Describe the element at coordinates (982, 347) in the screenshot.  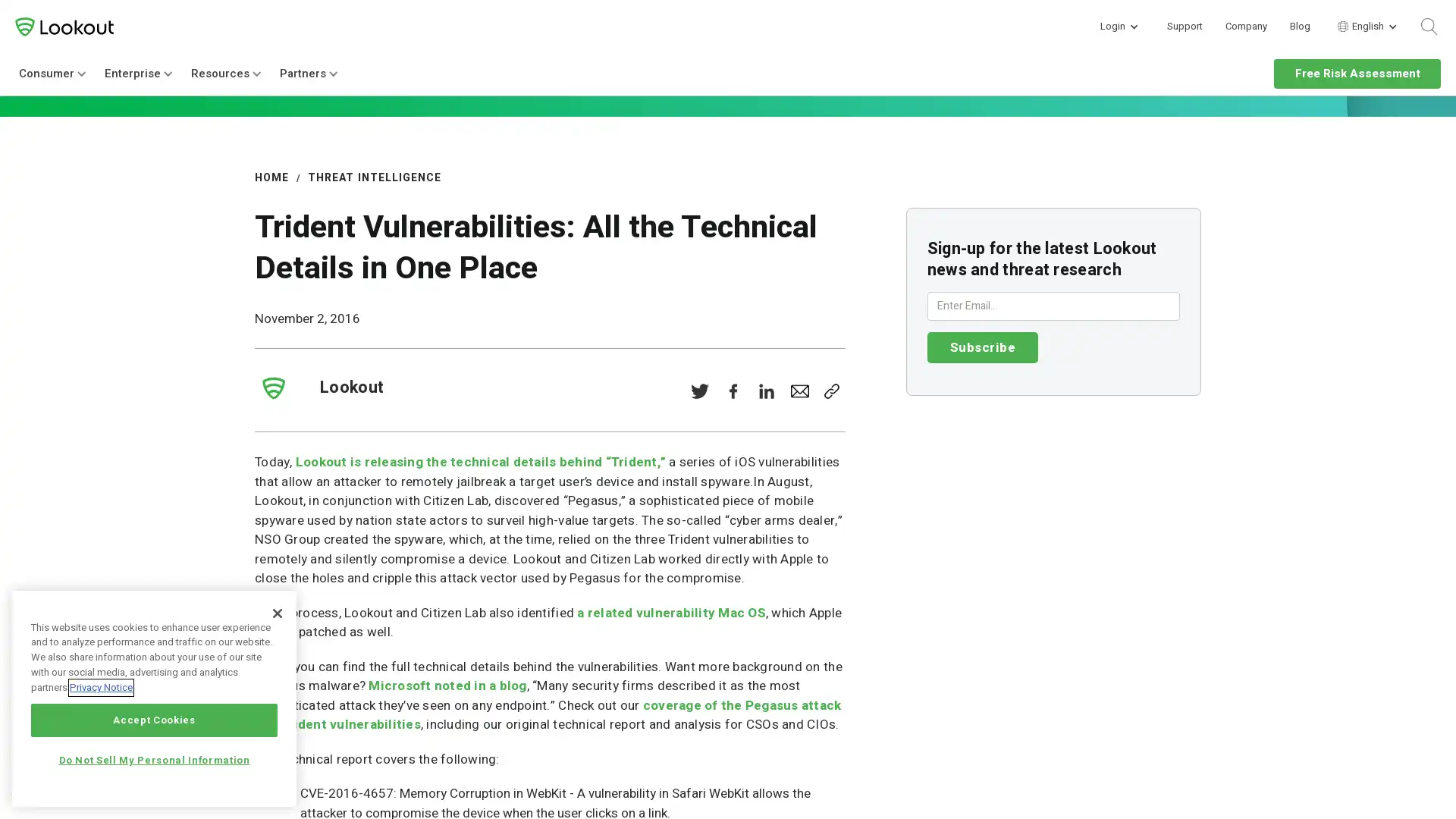
I see `Subscribe` at that location.